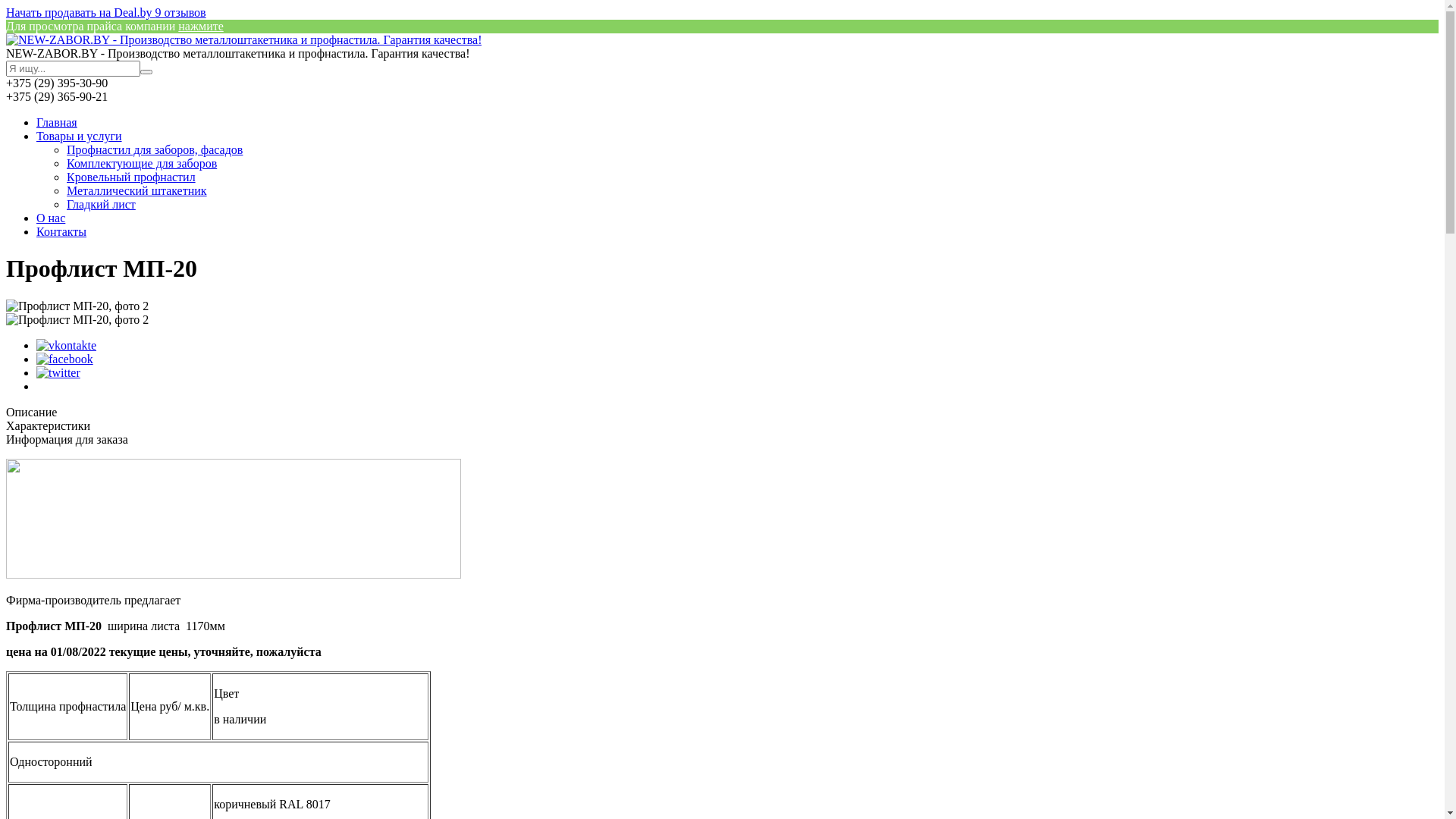 This screenshot has height=819, width=1456. What do you see at coordinates (64, 359) in the screenshot?
I see `'facebook'` at bounding box center [64, 359].